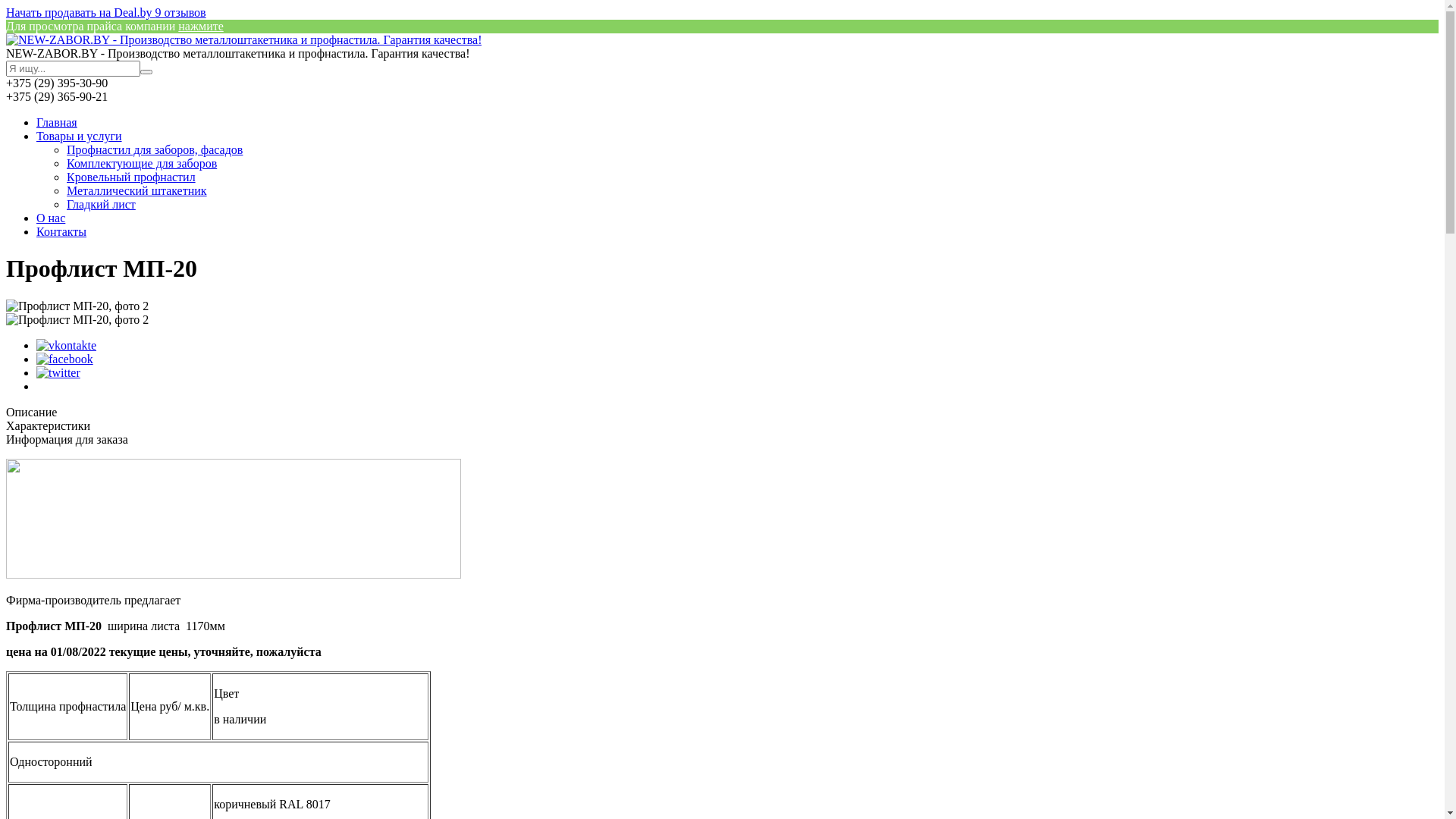 This screenshot has height=819, width=1456. What do you see at coordinates (64, 359) in the screenshot?
I see `'facebook'` at bounding box center [64, 359].